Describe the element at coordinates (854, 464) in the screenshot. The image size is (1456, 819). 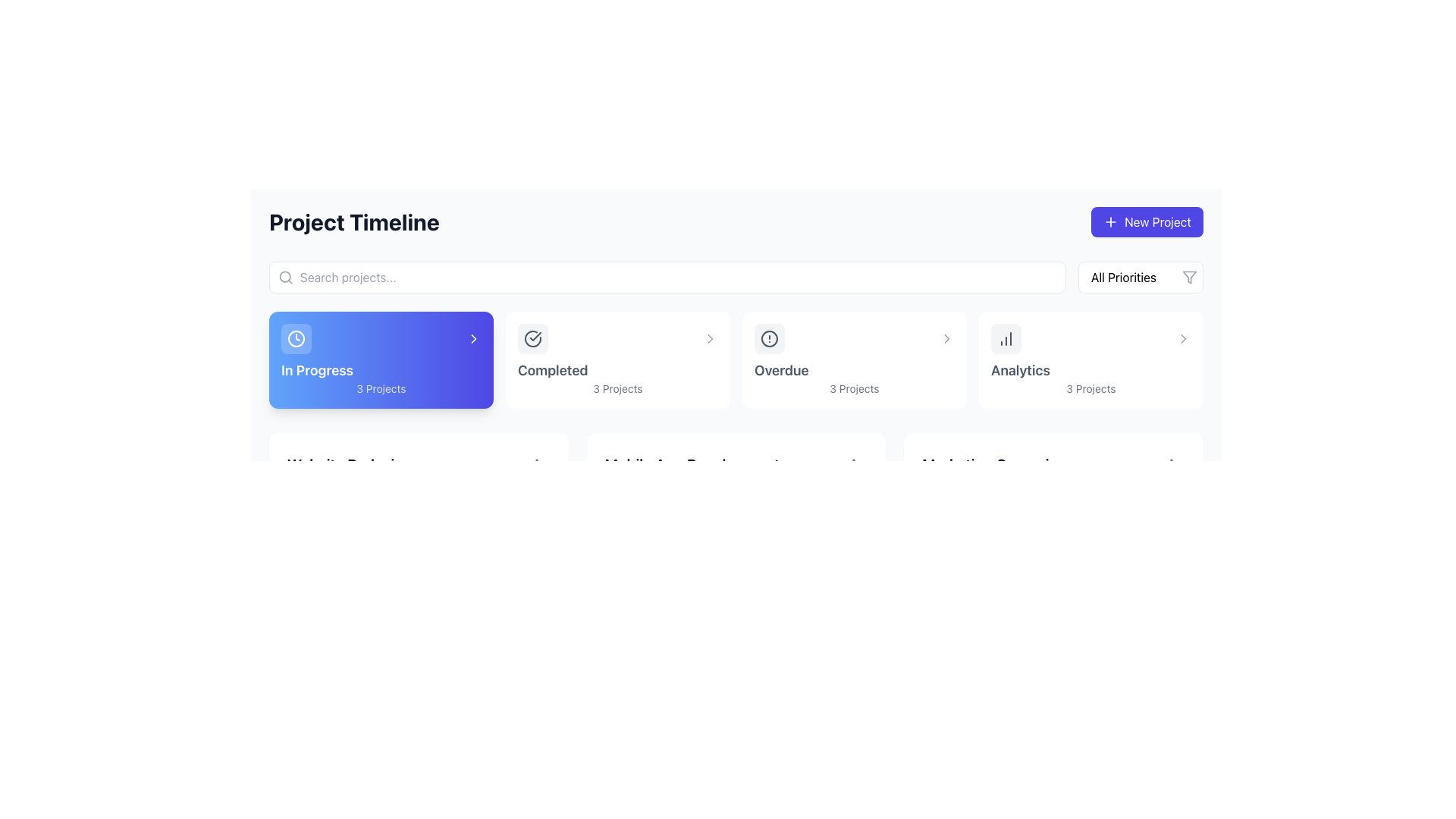
I see `the vertical ellipsis icon located at the bottom-right of the 'Analytics' section to access related functionalities` at that location.